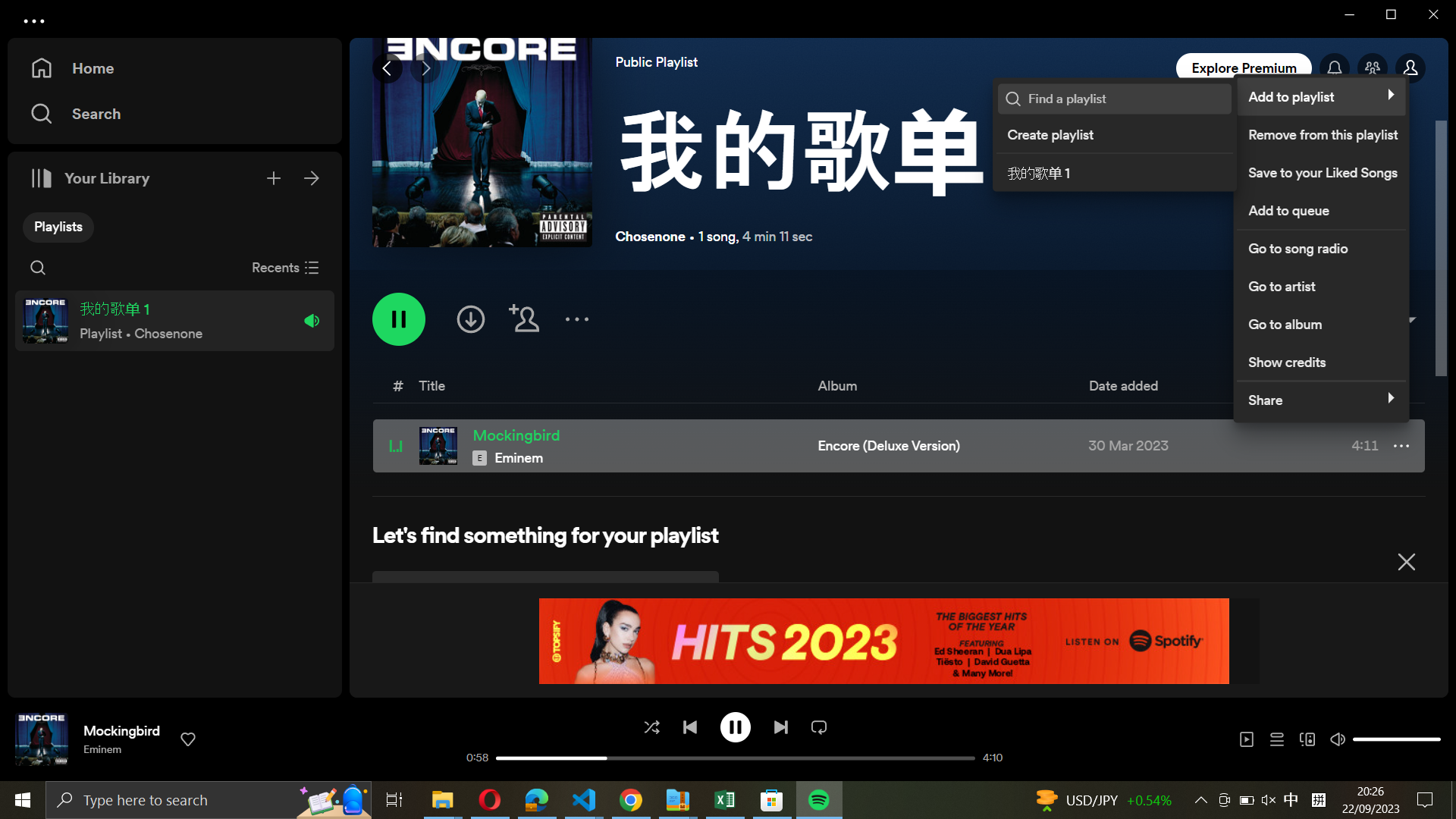 Image resolution: width=1456 pixels, height=819 pixels. I want to click on Like song, so click(188, 738).